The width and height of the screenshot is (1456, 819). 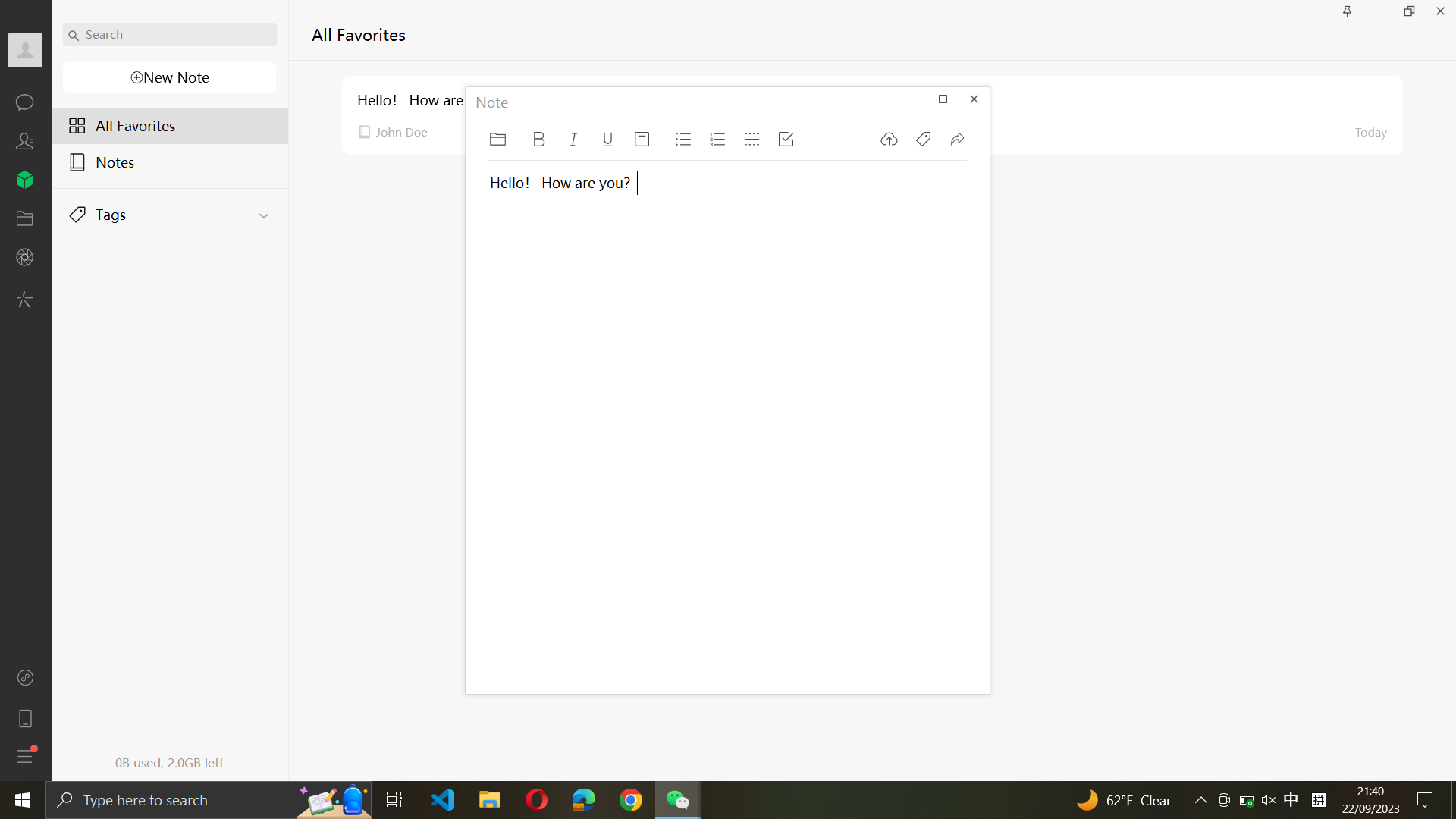 What do you see at coordinates (942, 97) in the screenshot?
I see `Adjust the note window to occupy the entire screen` at bounding box center [942, 97].